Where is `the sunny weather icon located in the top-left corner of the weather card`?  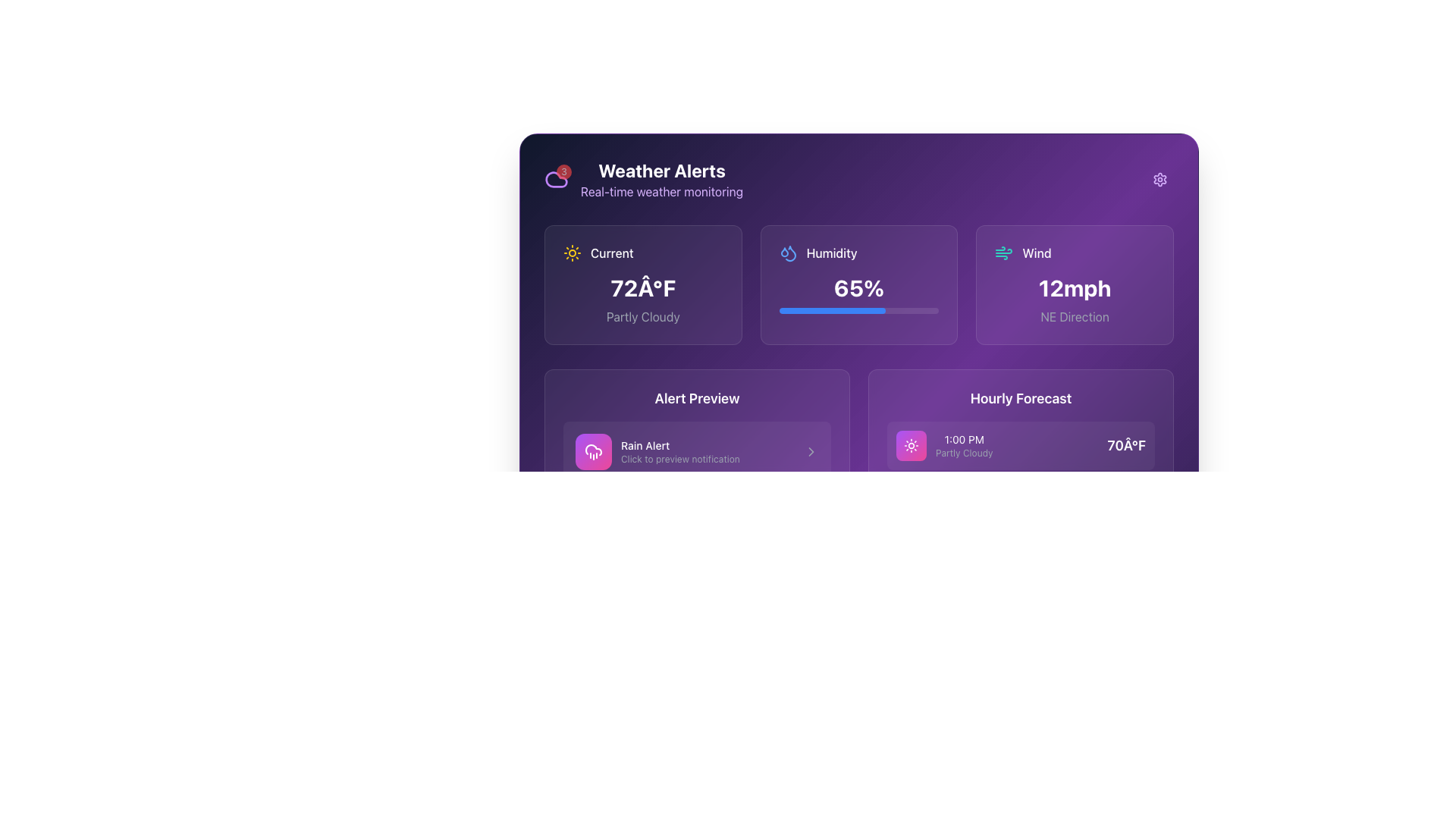 the sunny weather icon located in the top-left corner of the weather card is located at coordinates (910, 444).